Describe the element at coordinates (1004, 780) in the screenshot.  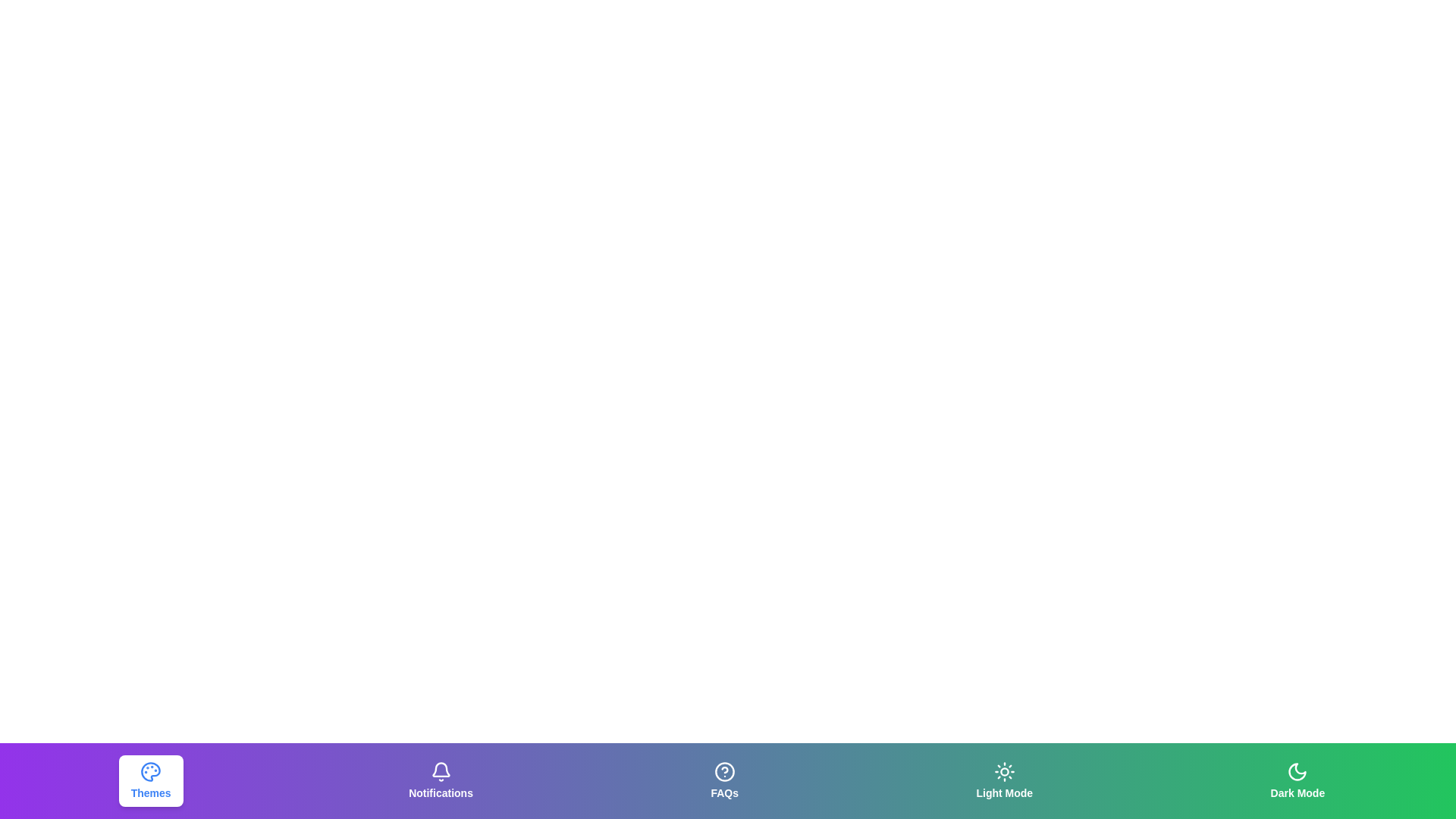
I see `the Light Mode tab to observe its hover effect` at that location.